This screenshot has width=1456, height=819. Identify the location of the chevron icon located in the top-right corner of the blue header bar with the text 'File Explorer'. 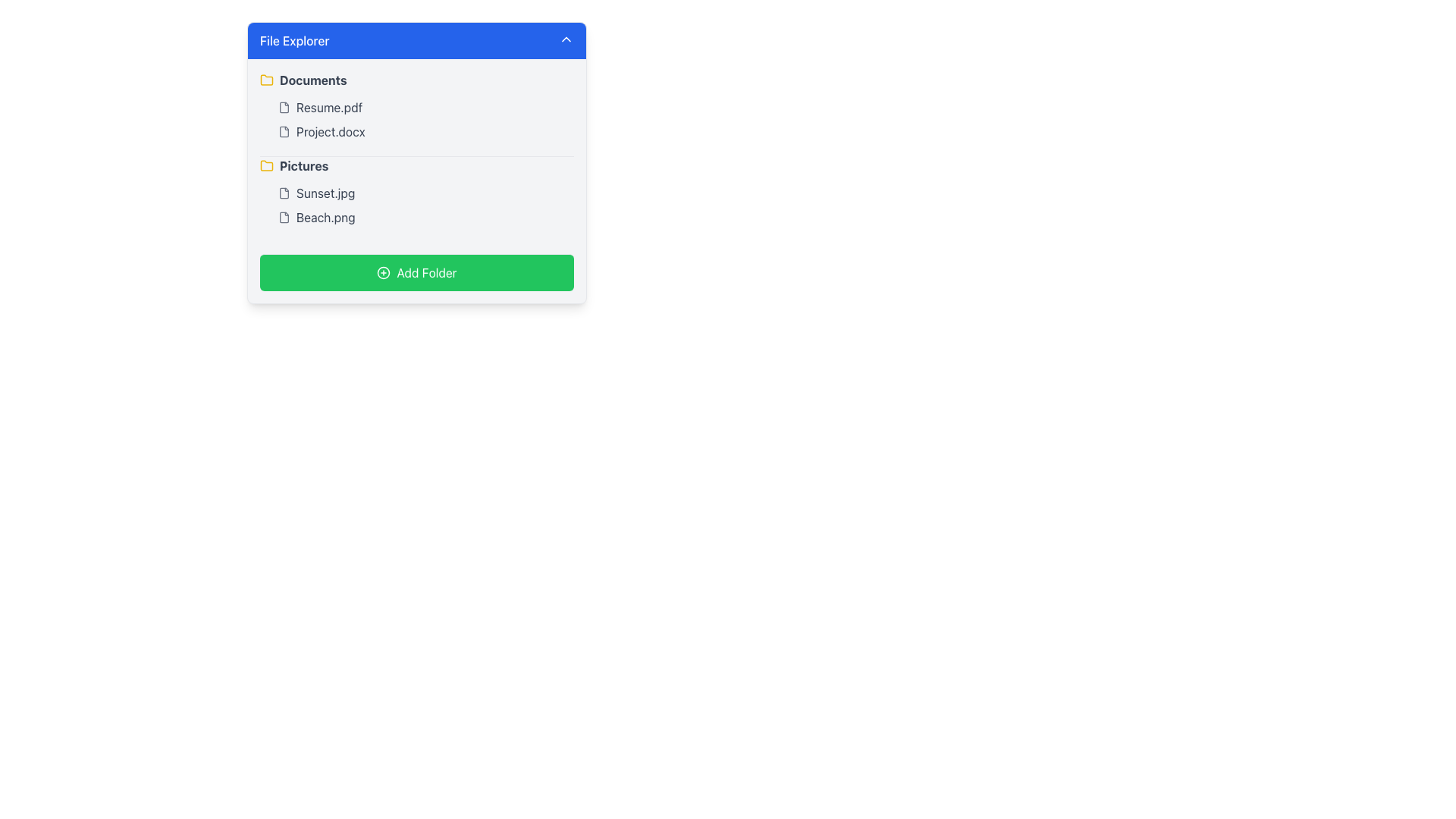
(566, 38).